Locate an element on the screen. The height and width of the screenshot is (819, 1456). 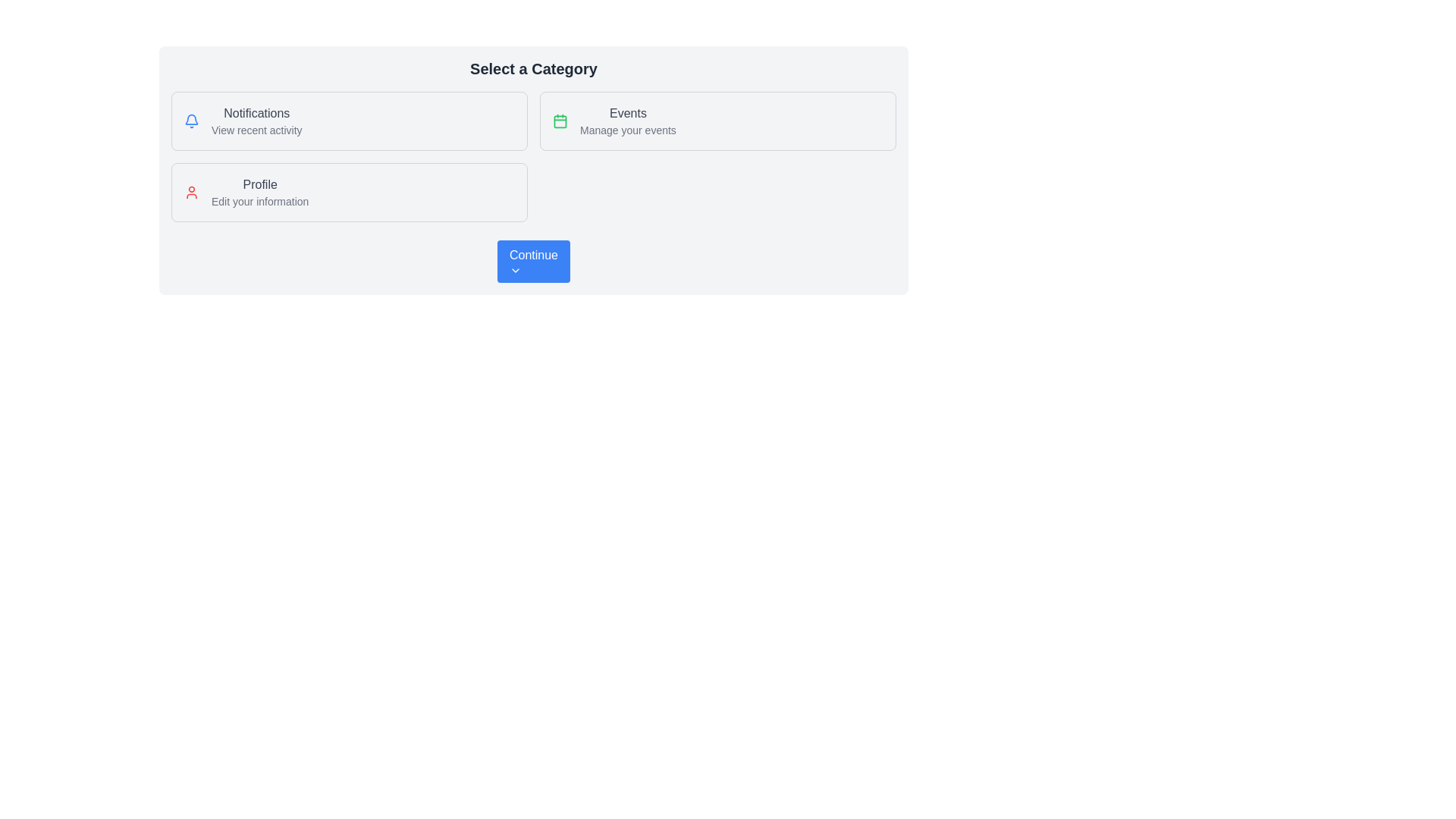
information presented on the clickable card located in the first row of the grid layout, positioned as the third card from the left, below the 'Notifications' card and to the left of the 'Events' card is located at coordinates (348, 192).